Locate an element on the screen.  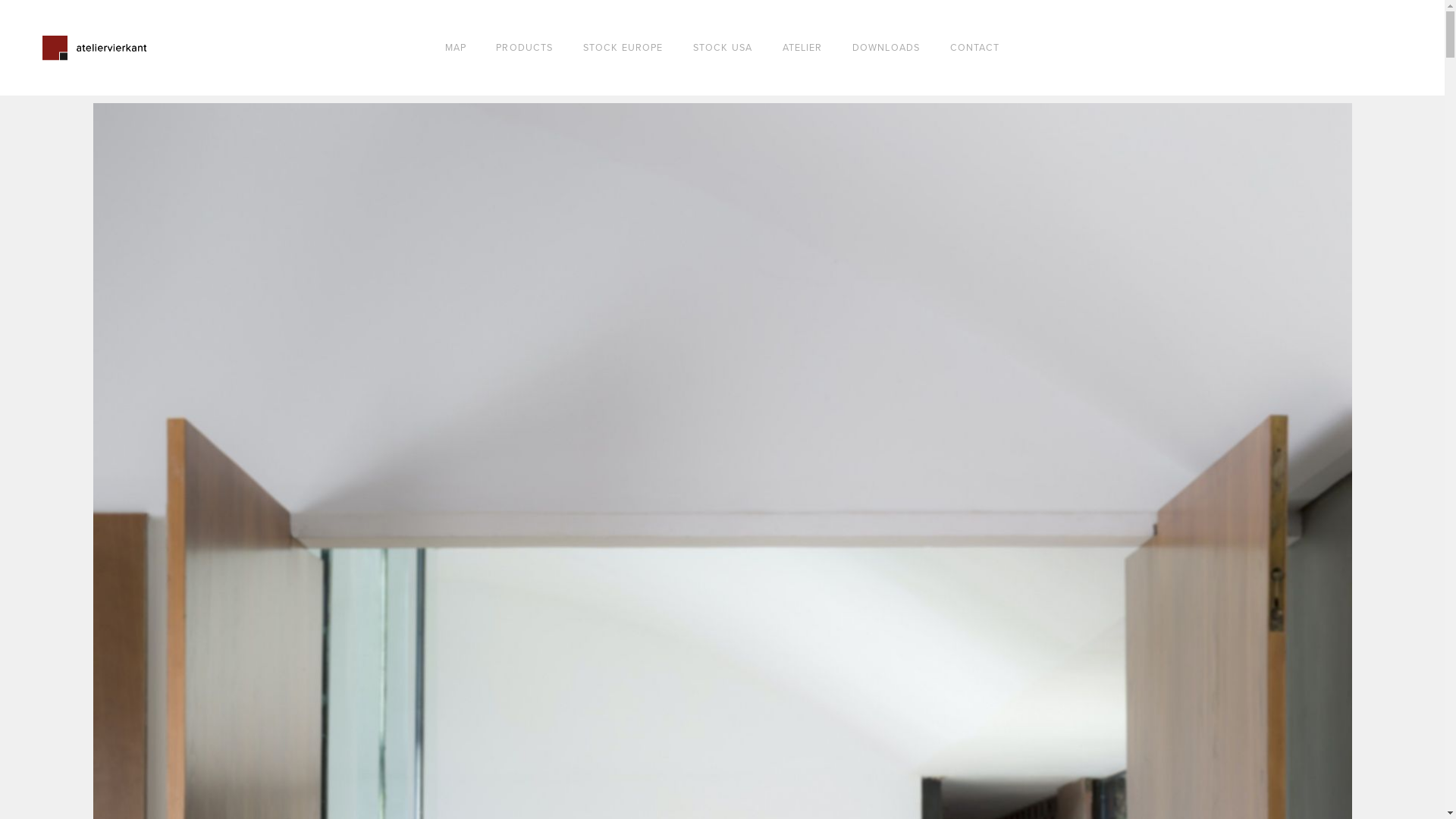
'STOCK EUROPE' is located at coordinates (623, 47).